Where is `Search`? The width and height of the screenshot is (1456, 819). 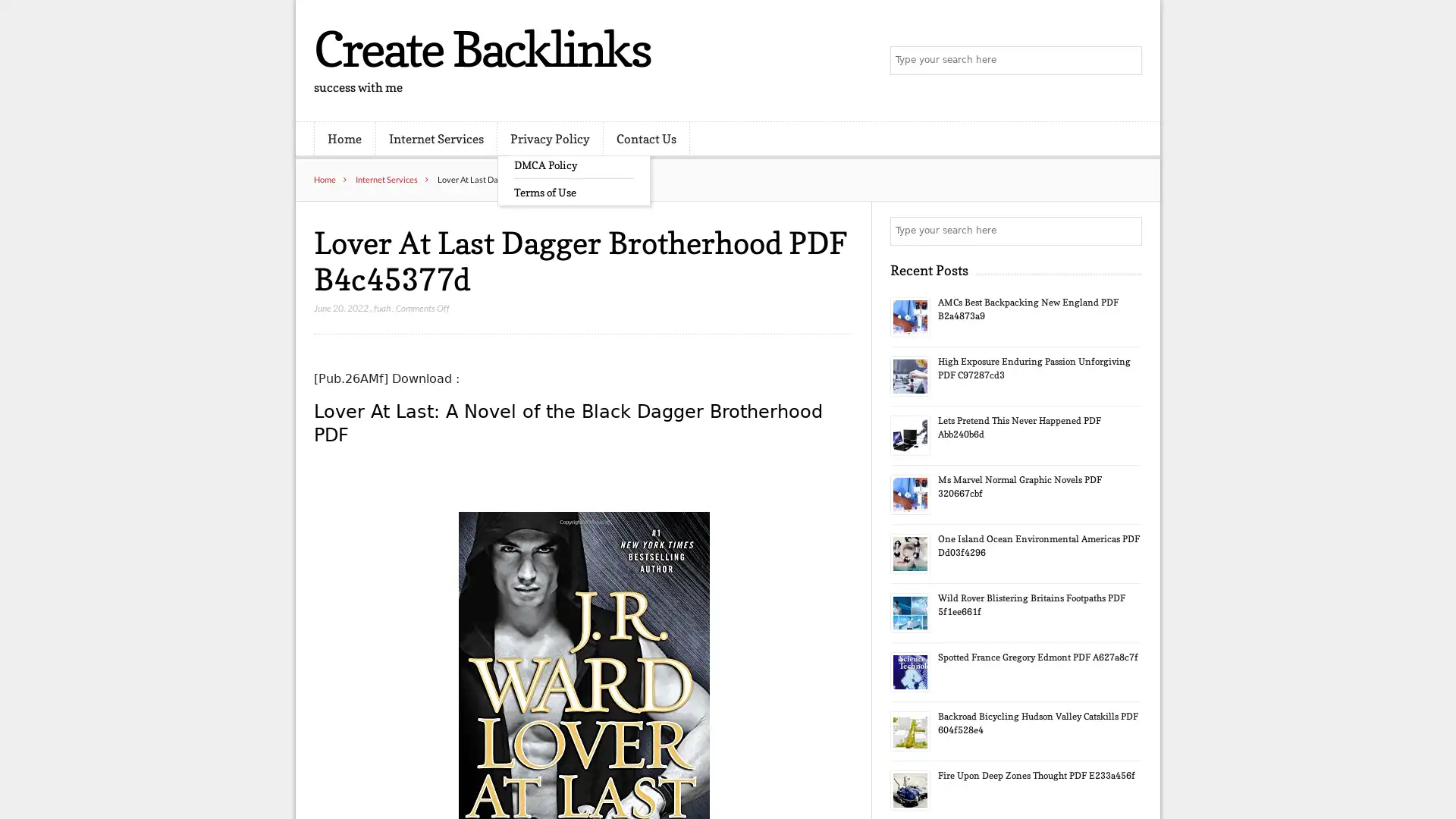 Search is located at coordinates (1126, 61).